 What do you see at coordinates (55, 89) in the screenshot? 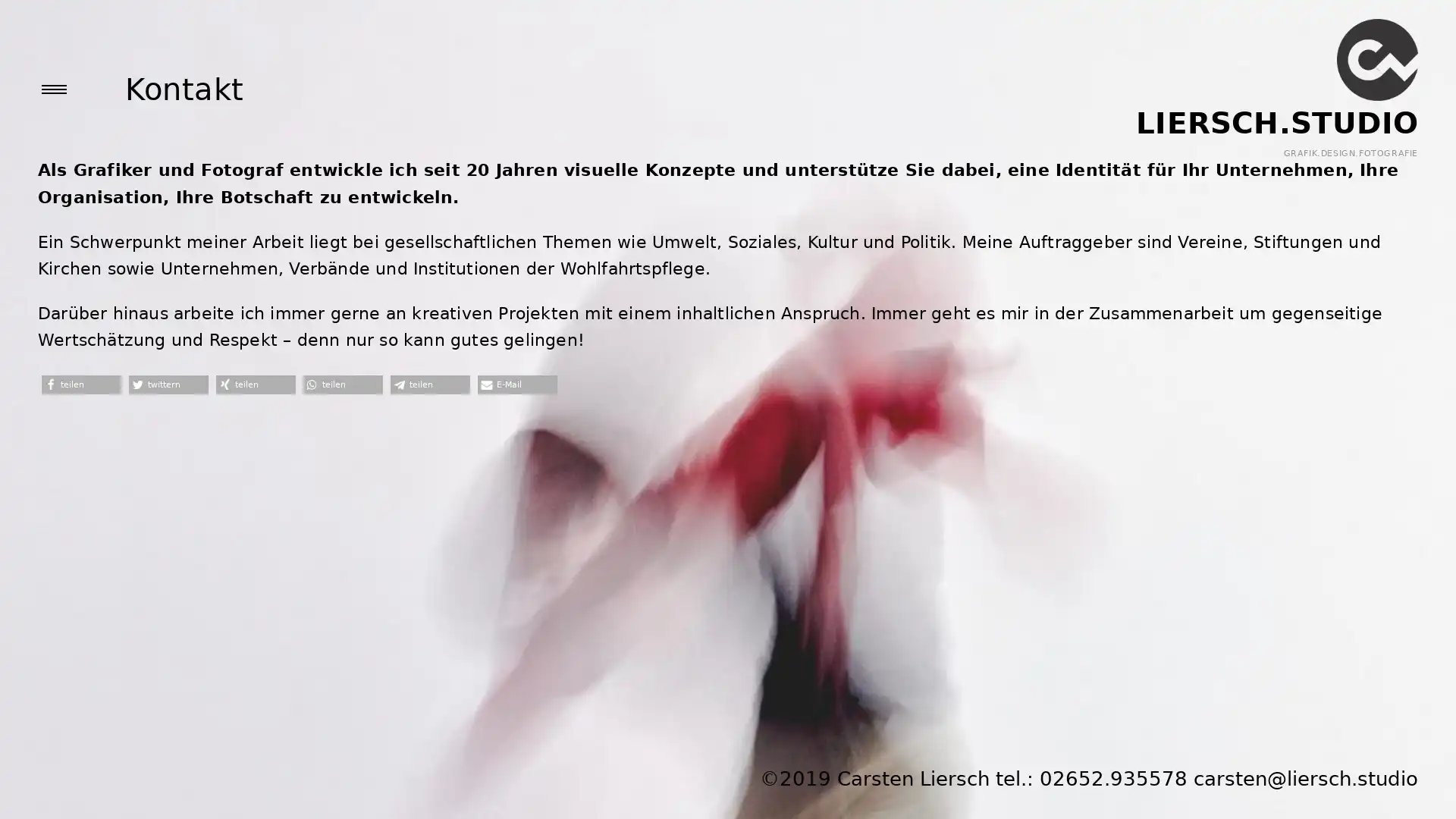
I see `open sidebar area` at bounding box center [55, 89].